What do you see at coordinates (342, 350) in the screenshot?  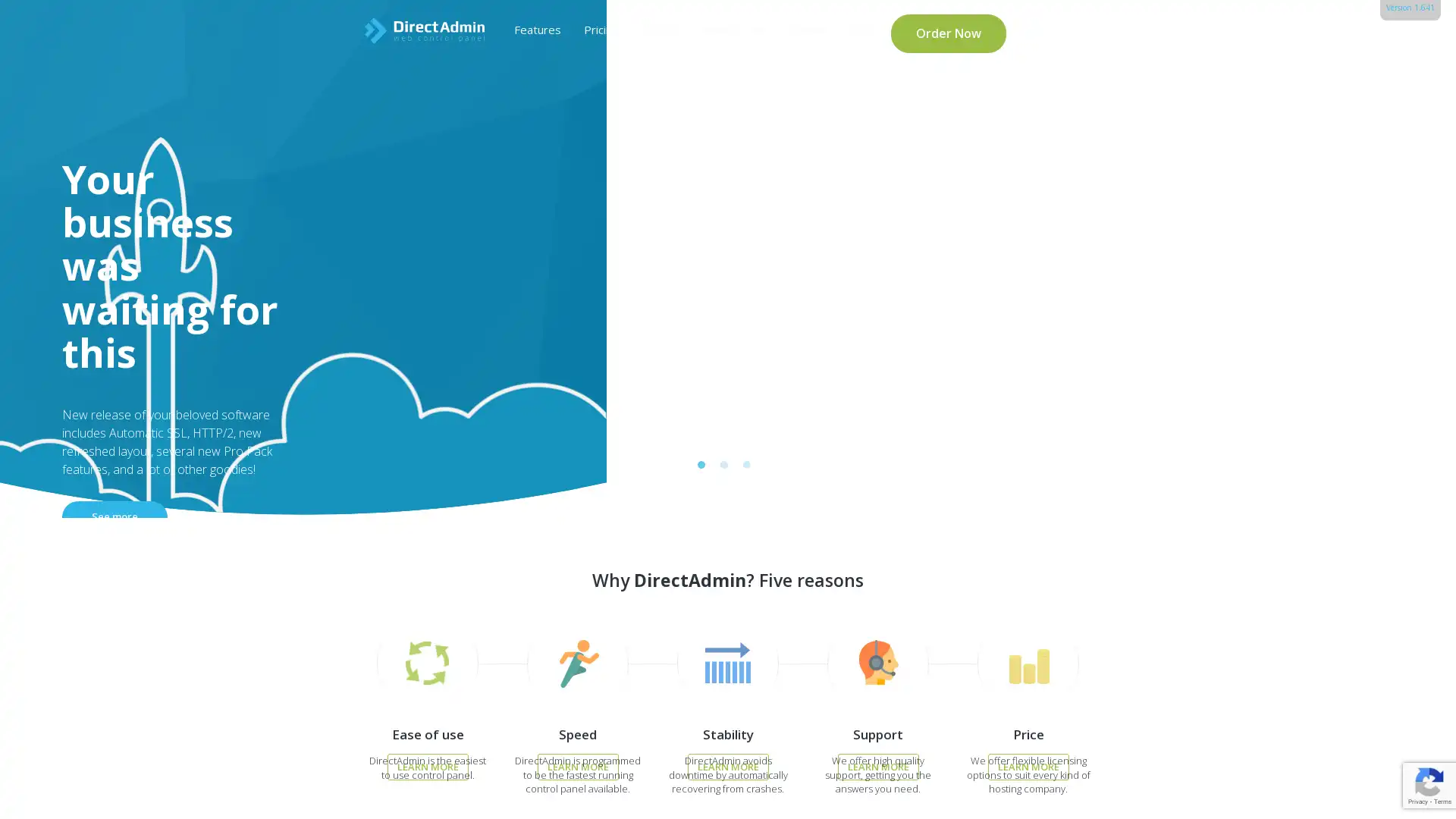 I see `See more` at bounding box center [342, 350].